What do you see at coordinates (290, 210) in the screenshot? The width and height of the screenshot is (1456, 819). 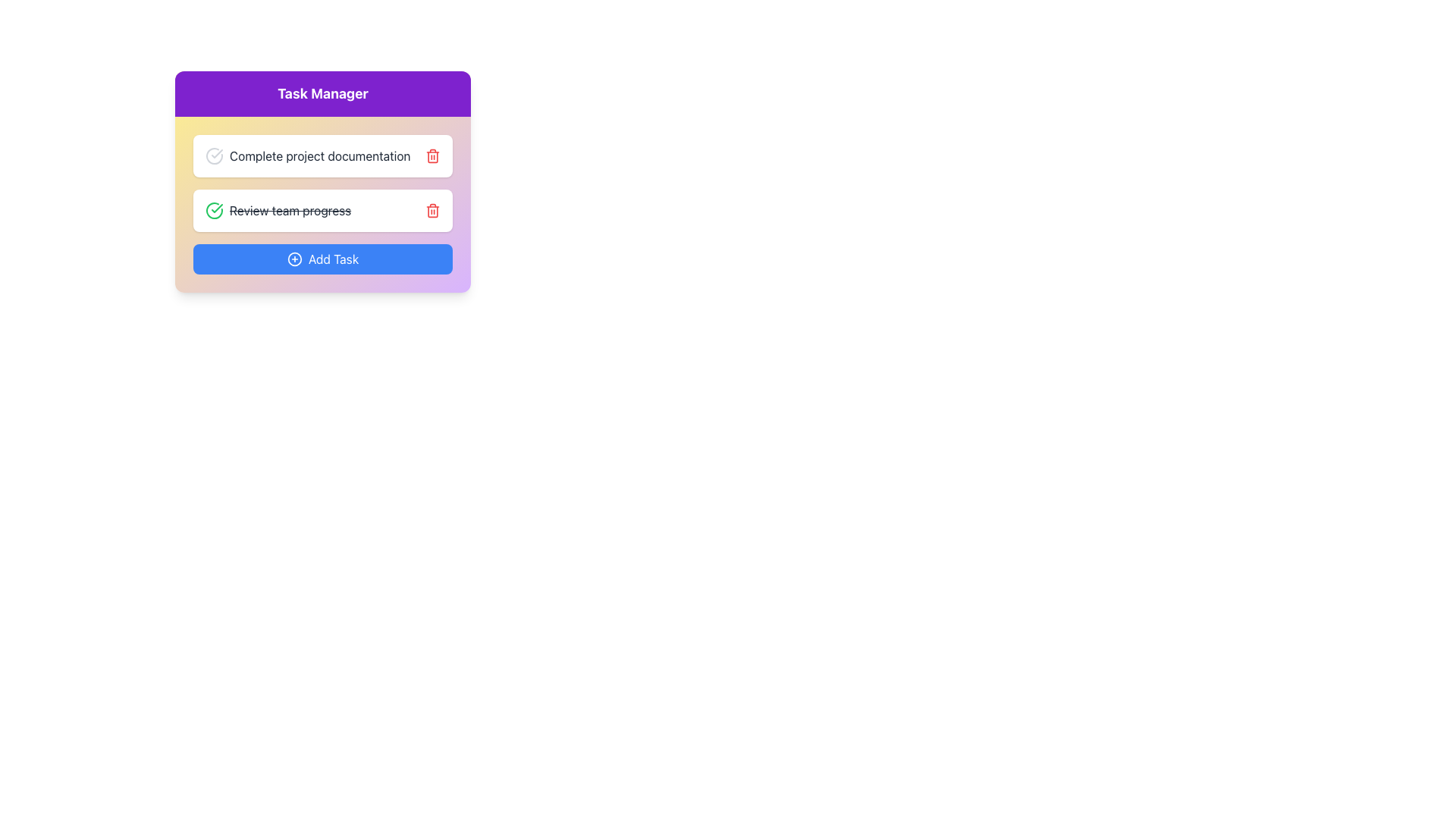 I see `the text label displaying 'Review team progress' with a strikethrough in gray color, located in the second task row of the task list under the 'Task Manager' title section` at bounding box center [290, 210].